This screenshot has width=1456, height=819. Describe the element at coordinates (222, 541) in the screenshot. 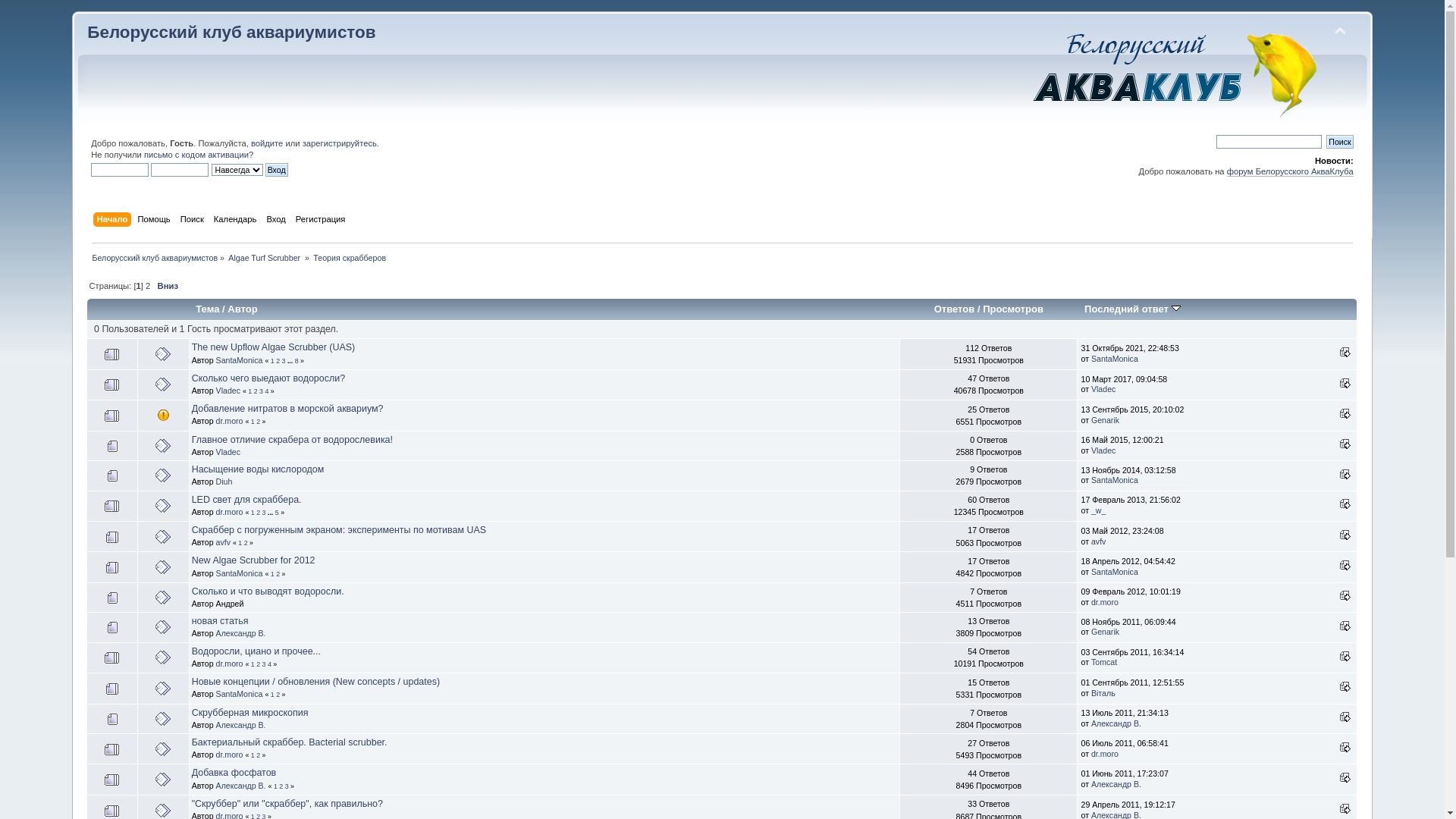

I see `'avfv'` at that location.